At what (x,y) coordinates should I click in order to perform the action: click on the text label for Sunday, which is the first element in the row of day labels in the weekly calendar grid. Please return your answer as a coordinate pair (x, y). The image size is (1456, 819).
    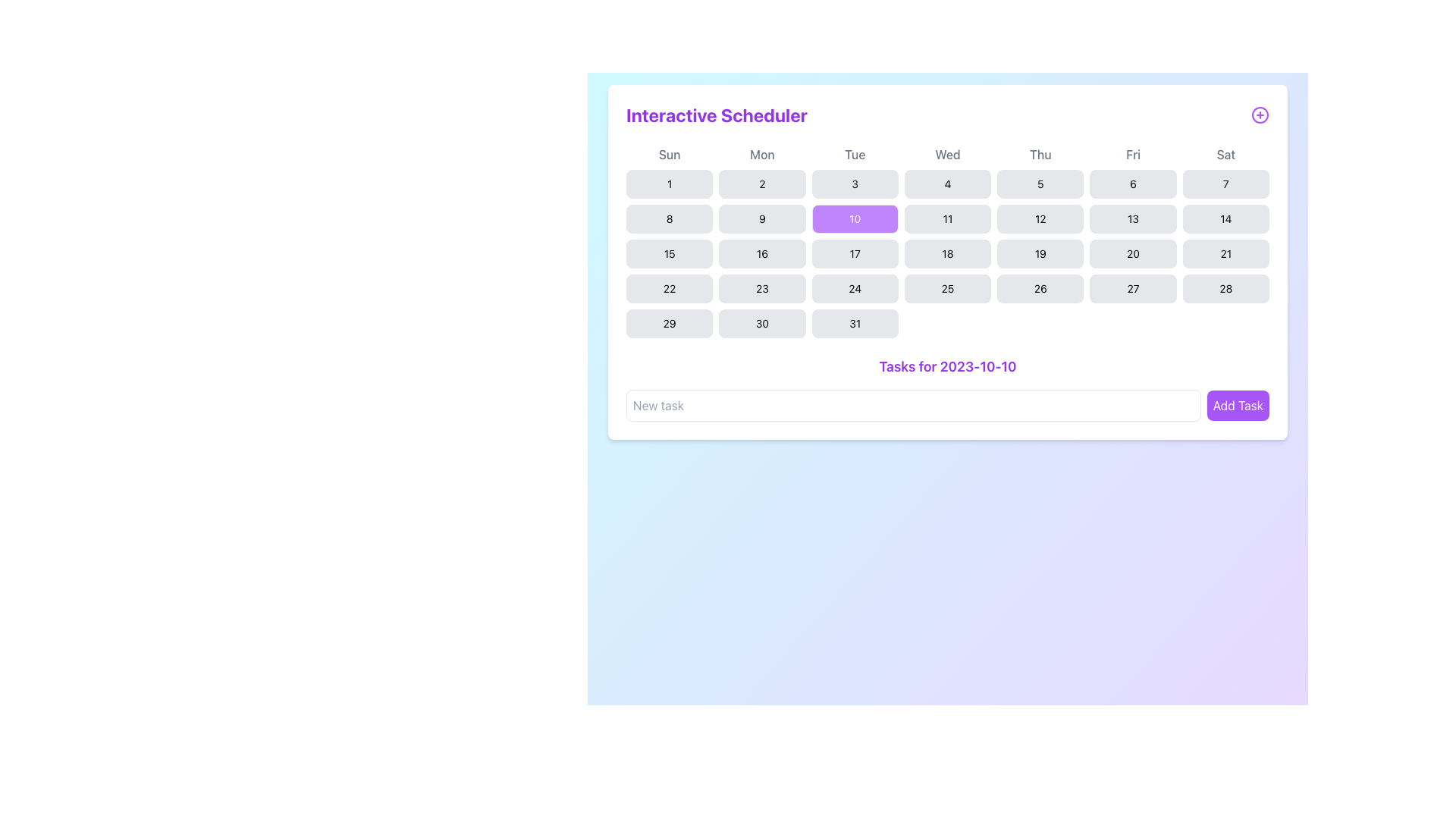
    Looking at the image, I should click on (669, 155).